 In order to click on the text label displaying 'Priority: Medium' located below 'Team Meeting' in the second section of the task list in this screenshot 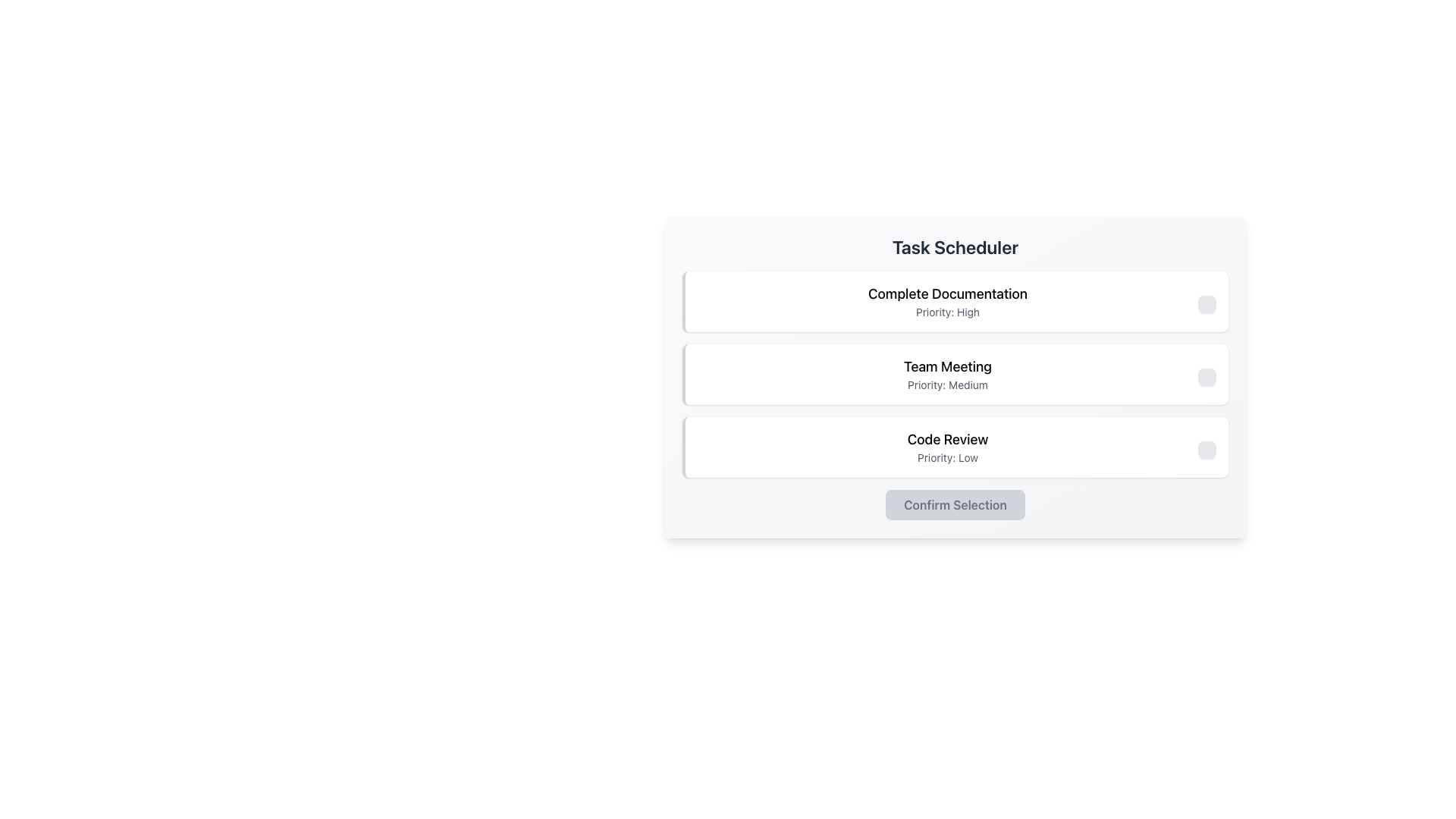, I will do `click(946, 384)`.